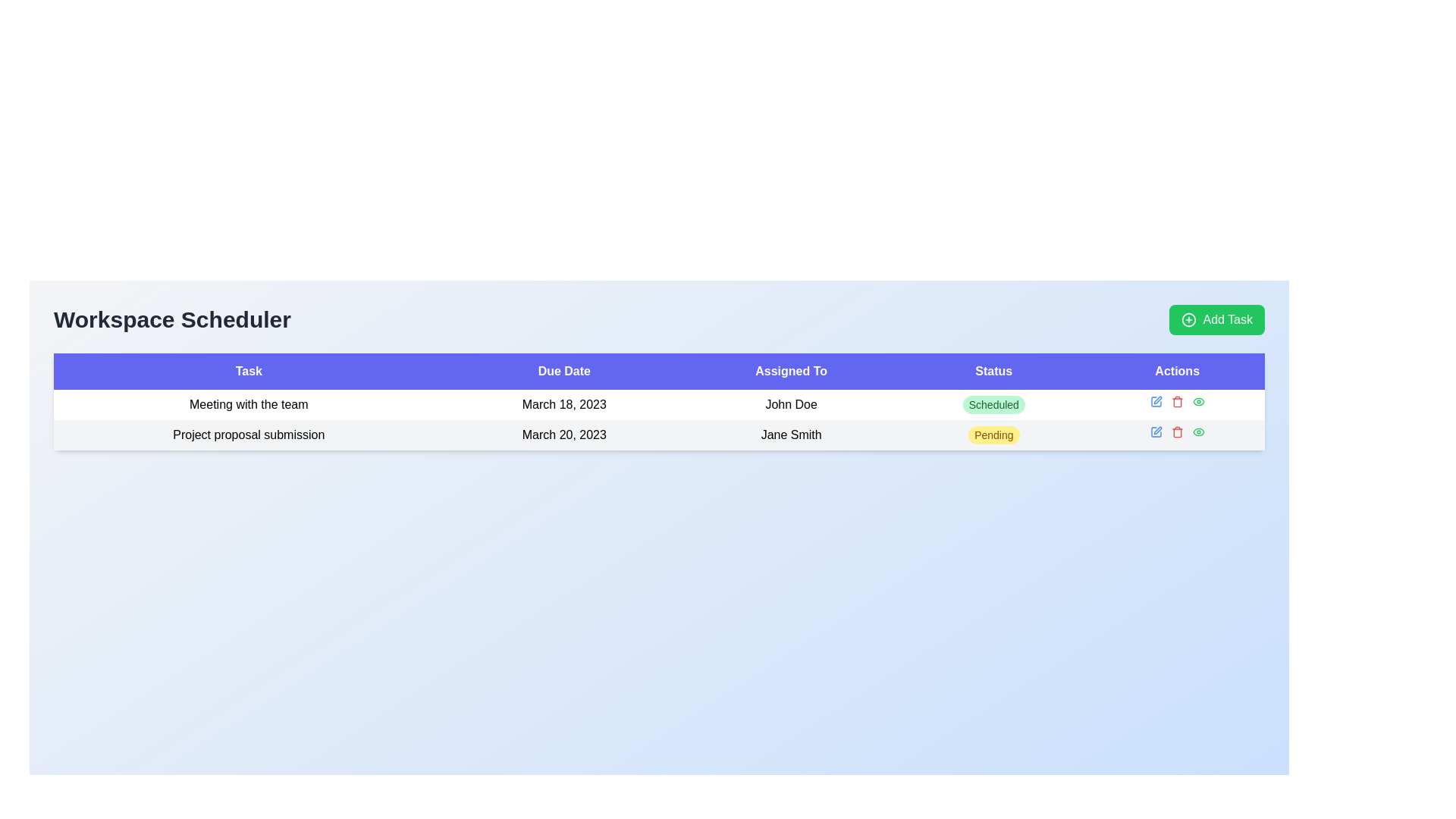  Describe the element at coordinates (993, 435) in the screenshot. I see `the 'Pending' label with a yellow background and brown text in the 'Status' column of the table, specifically in the second row for 'Project proposal submission' assigned to 'Jane Smith'` at that location.